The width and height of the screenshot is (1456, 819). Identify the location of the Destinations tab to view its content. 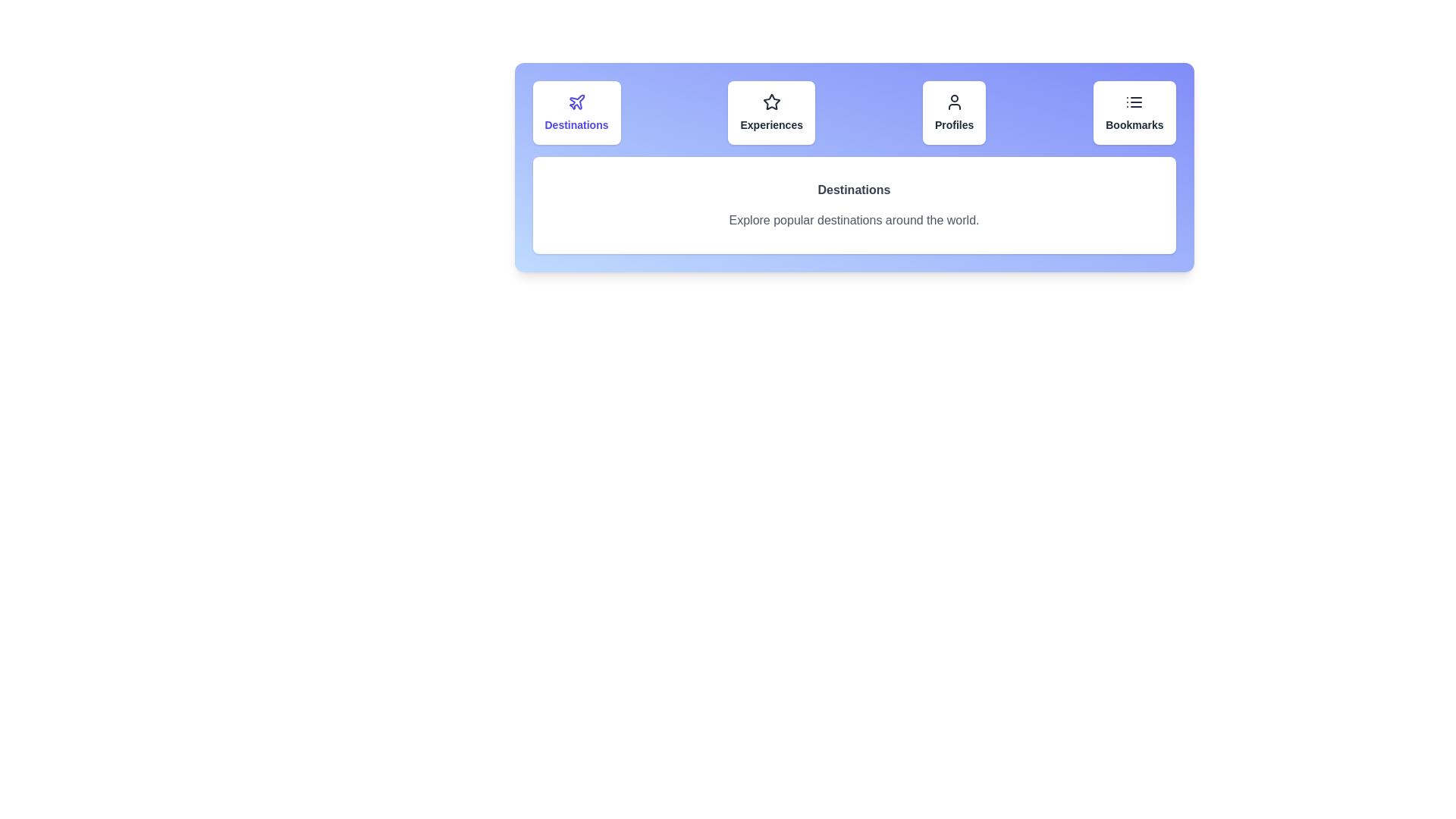
(575, 112).